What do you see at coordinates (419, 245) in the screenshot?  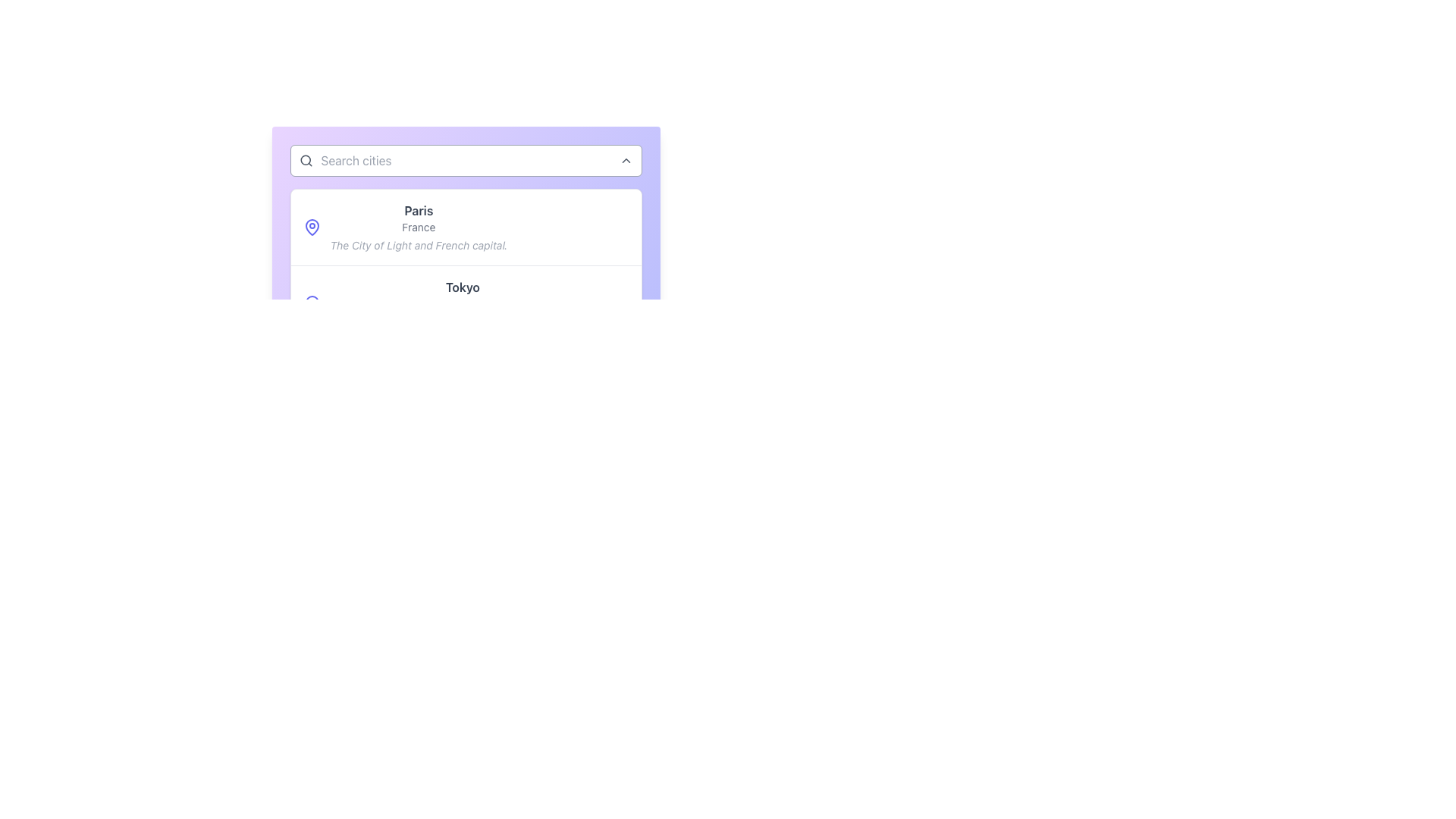 I see `the static text element that provides a descriptive note about 'Paris', located below the subtitle and centered in the main content area` at bounding box center [419, 245].